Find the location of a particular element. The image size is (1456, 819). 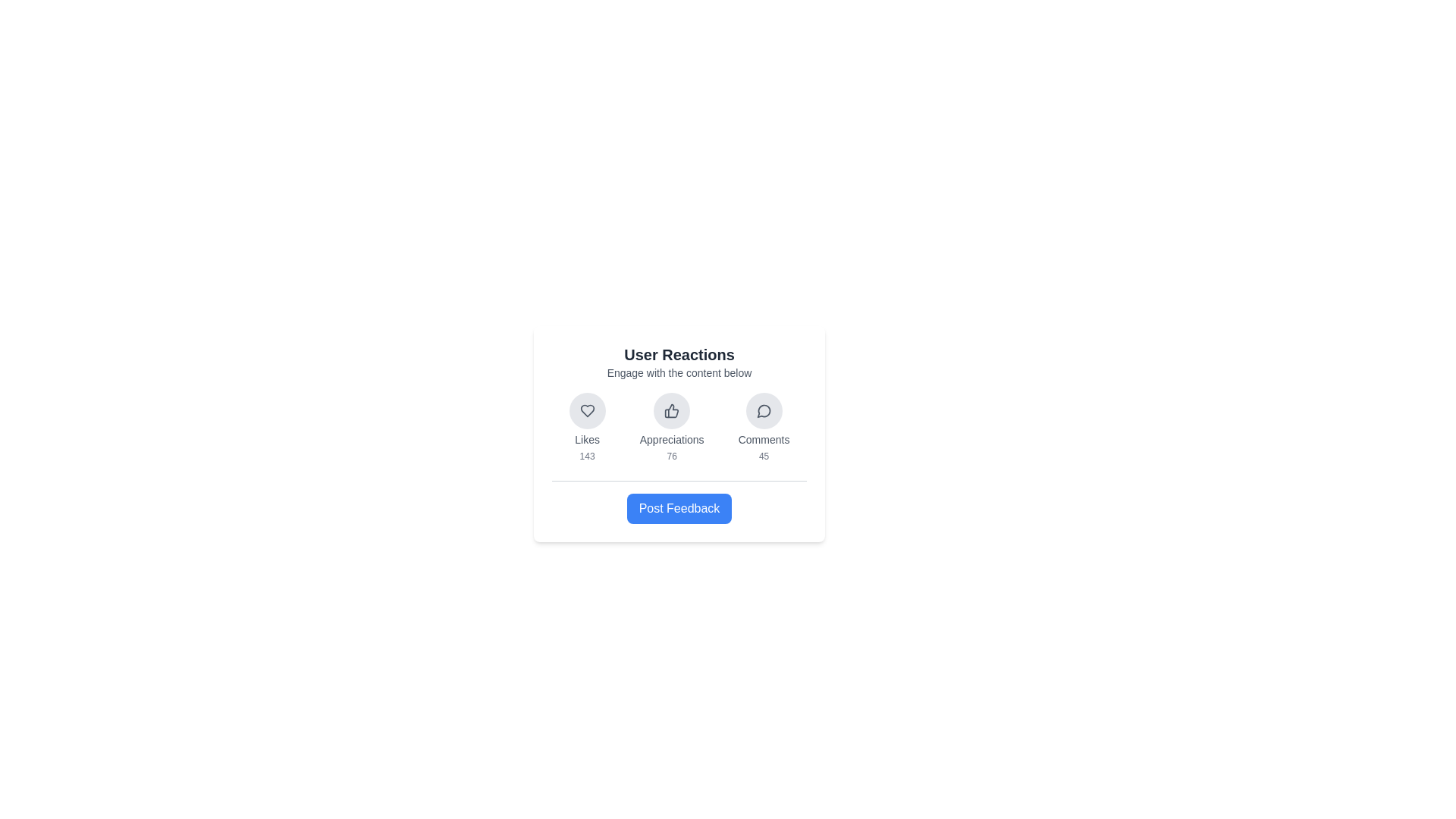

the heart-shaped button in the 'Likes' section is located at coordinates (586, 411).